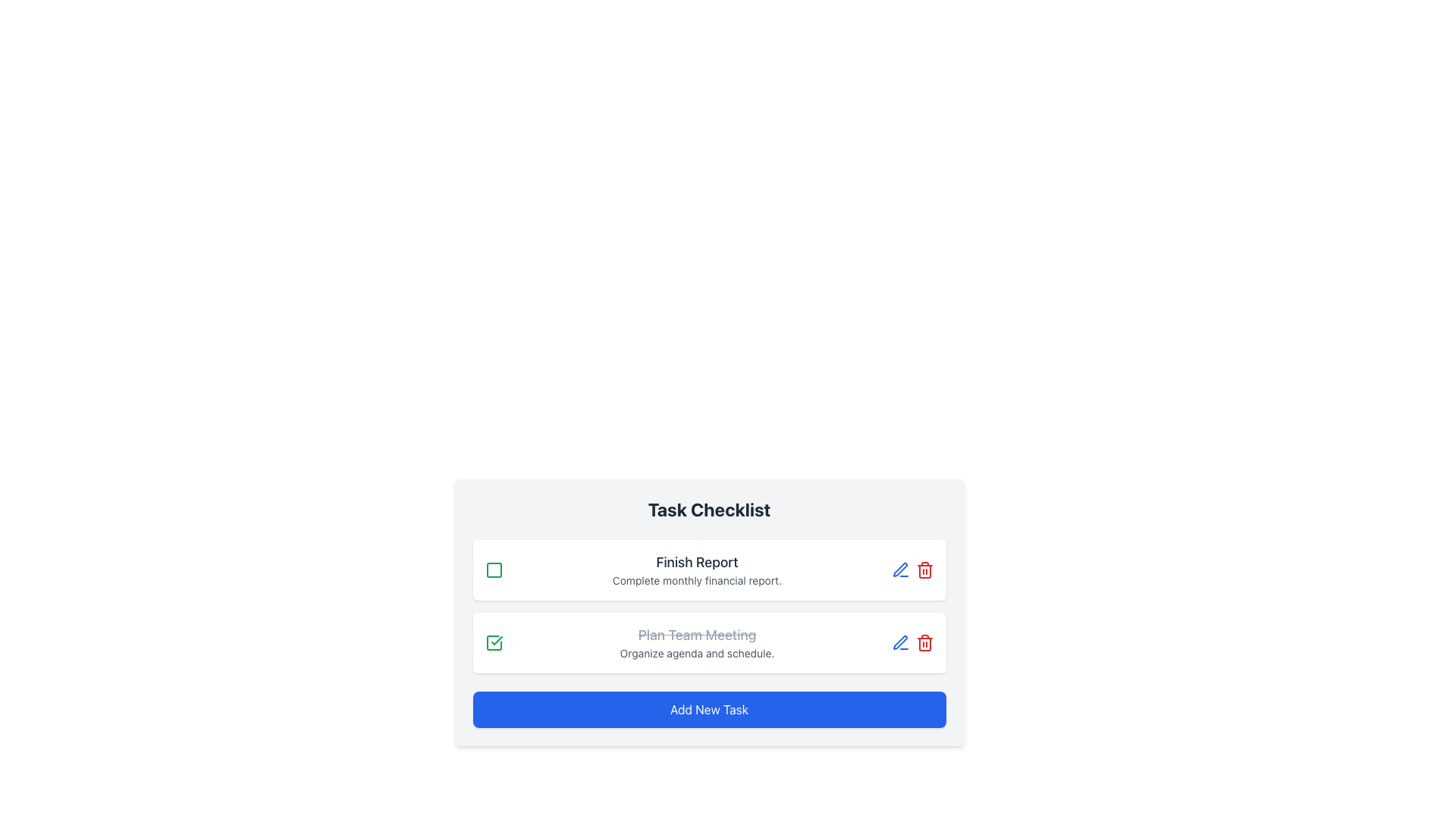 This screenshot has width=1456, height=819. What do you see at coordinates (696, 580) in the screenshot?
I see `the text label providing context for the 'Finish Report' task, located centrally below the task title within the checklist entry` at bounding box center [696, 580].